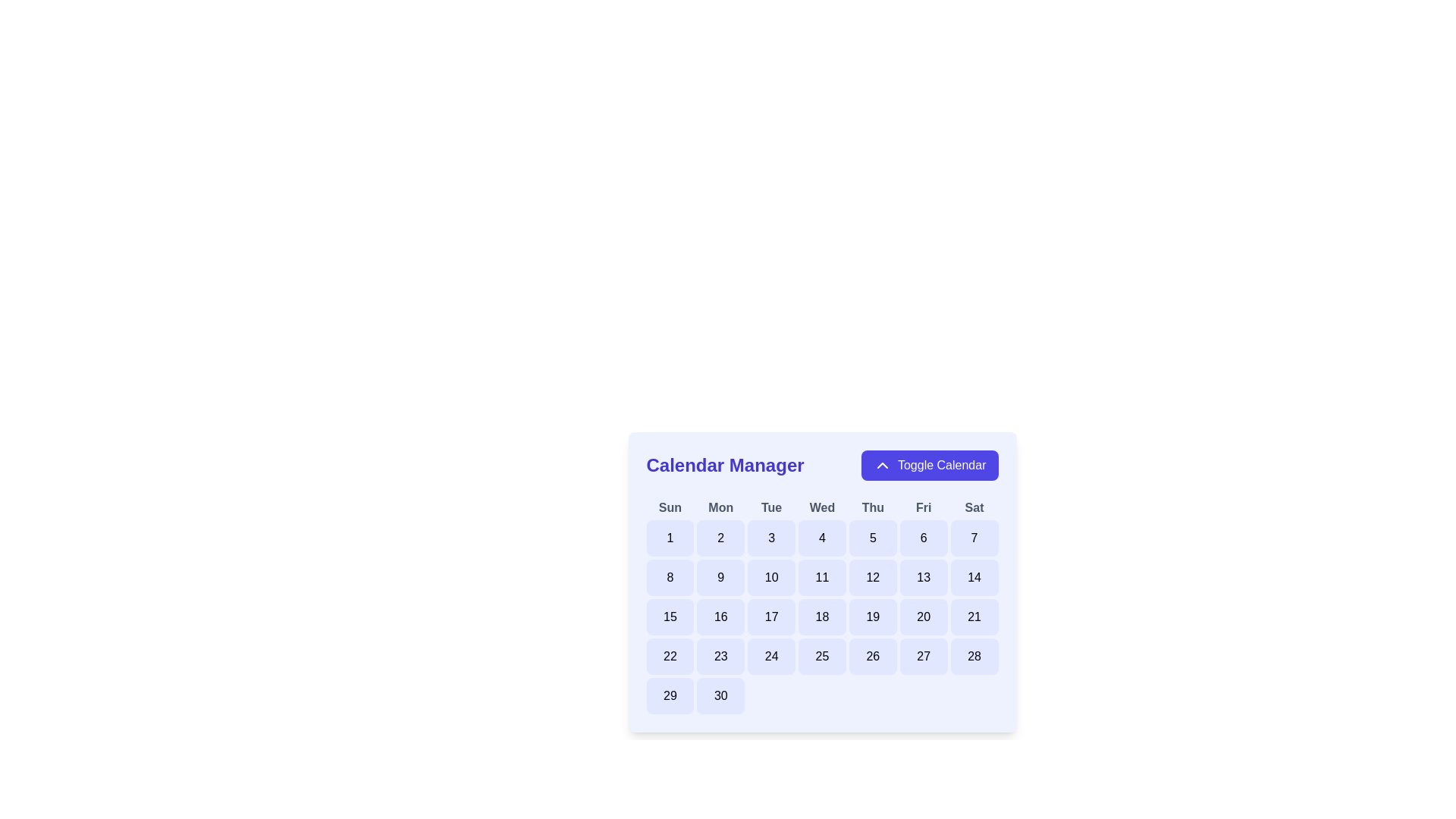 This screenshot has height=819, width=1456. Describe the element at coordinates (974, 508) in the screenshot. I see `the bold gray text label reading 'Sat', which is the last element in the row of days of the week at the top of the calendar` at that location.